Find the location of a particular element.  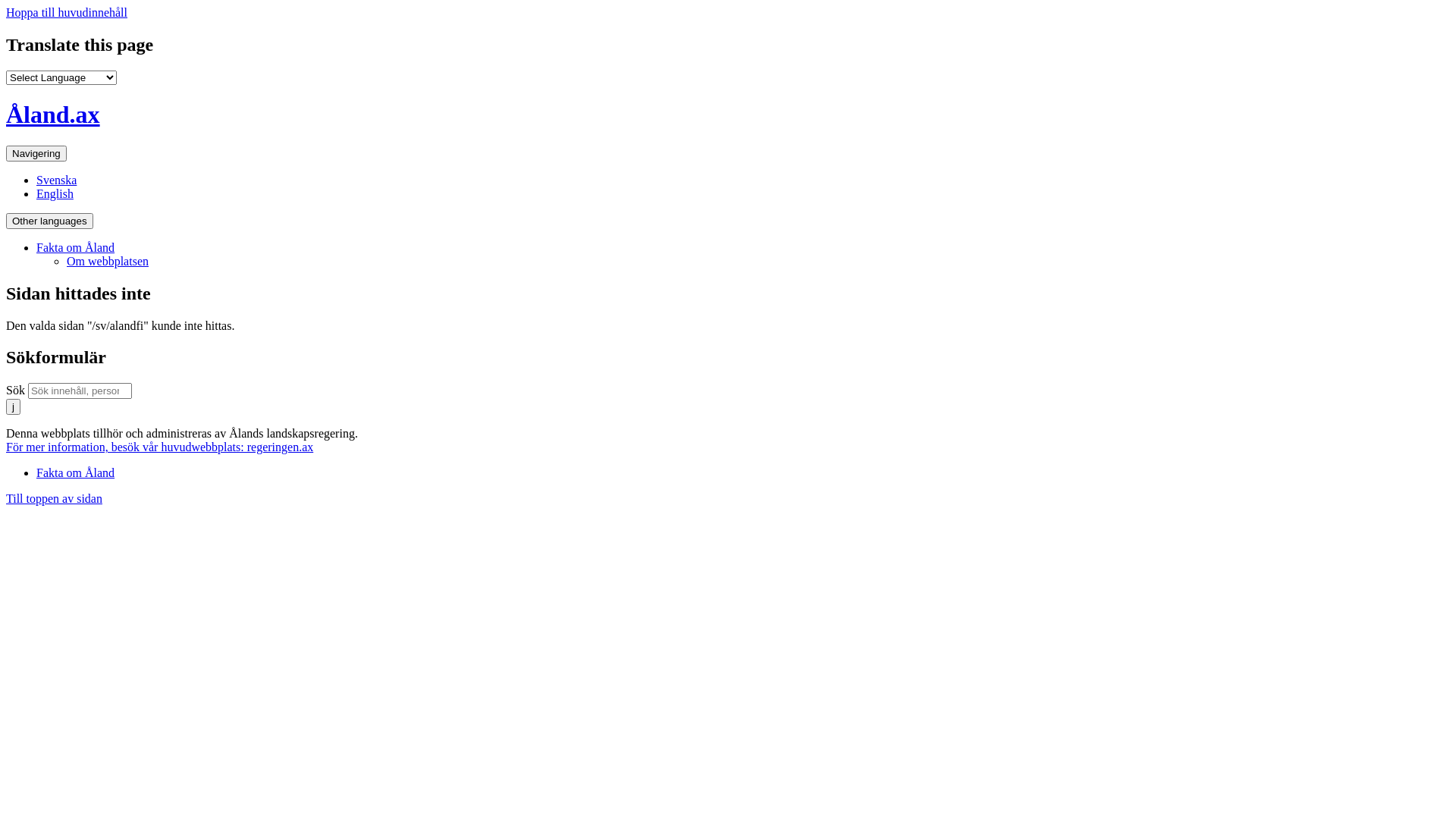

'Om webbplatsen' is located at coordinates (107, 260).